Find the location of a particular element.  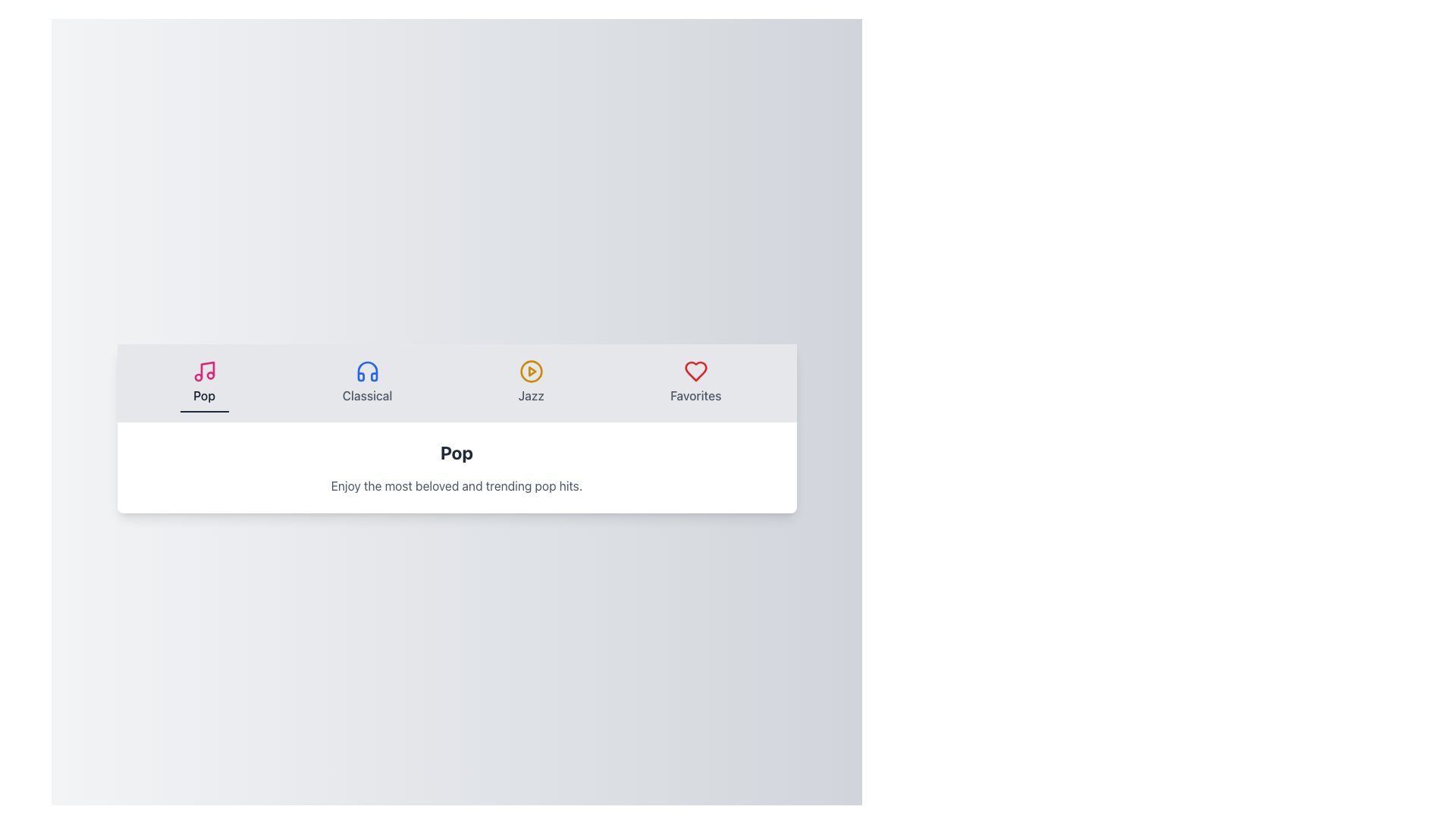

the favorites button located in the horizontal navigation bar, which is the last item after 'Jazz' is located at coordinates (695, 381).